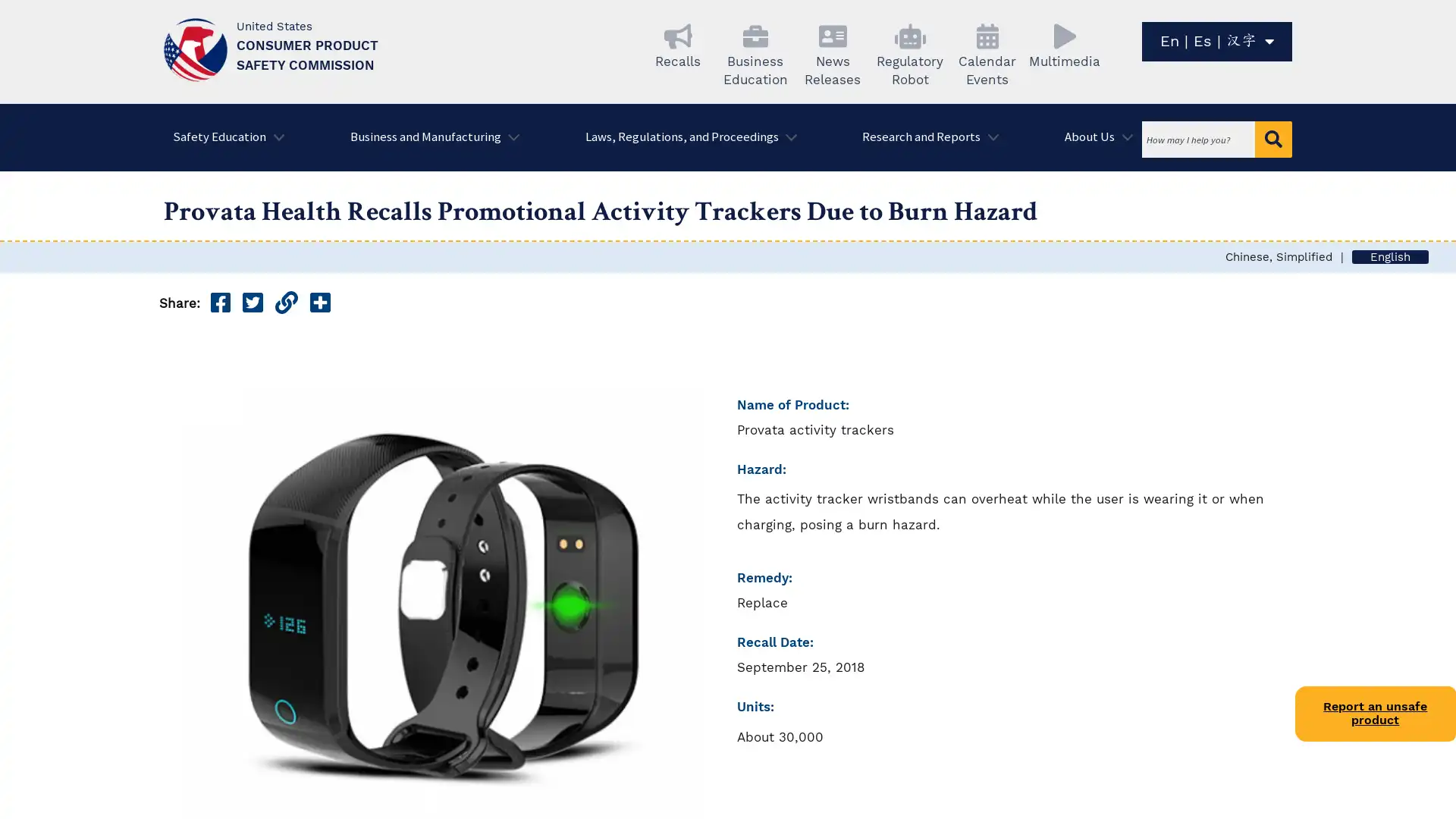 This screenshot has width=1456, height=819. What do you see at coordinates (1273, 140) in the screenshot?
I see `Search` at bounding box center [1273, 140].